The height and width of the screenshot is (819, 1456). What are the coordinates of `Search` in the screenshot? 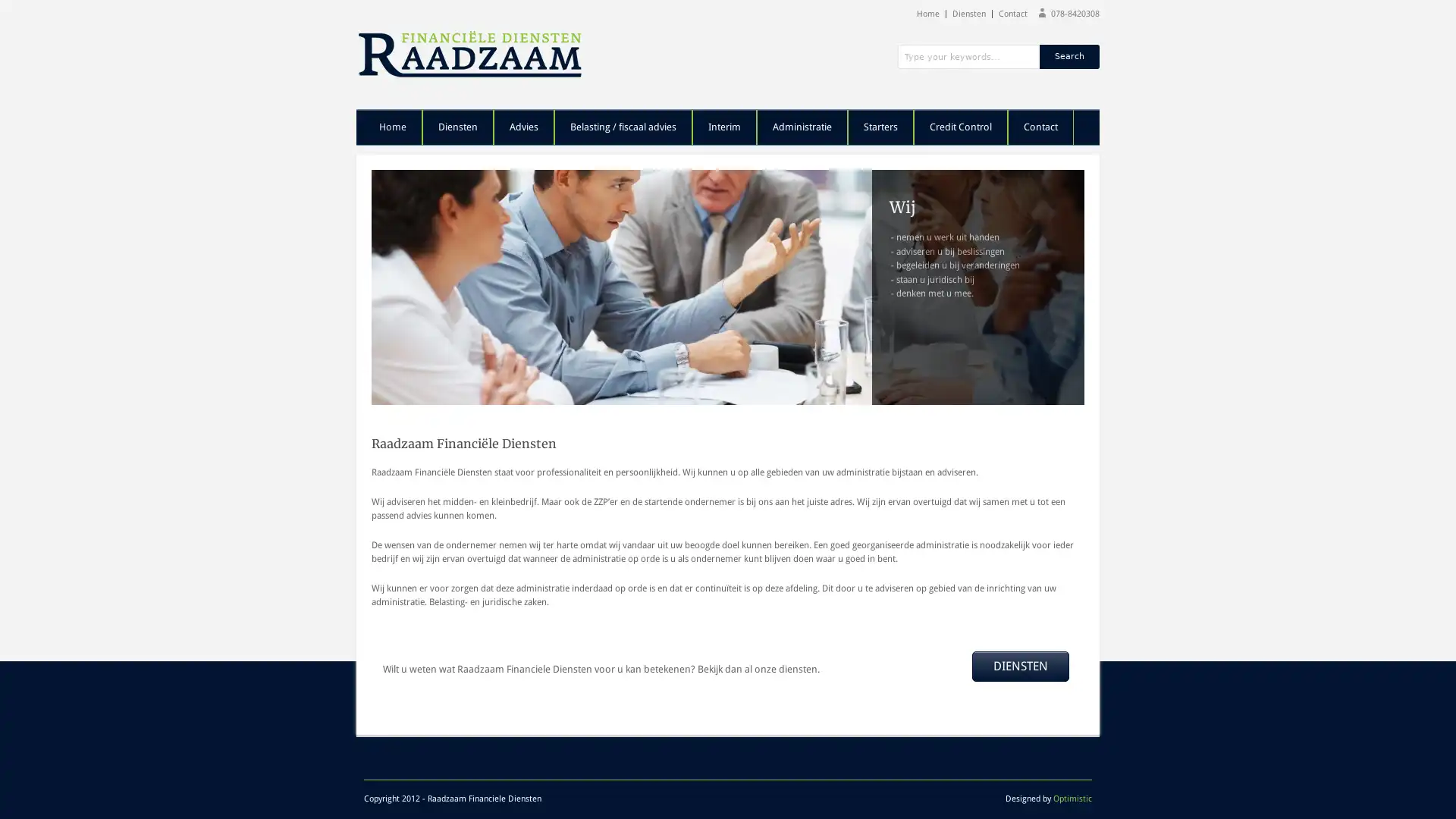 It's located at (1068, 55).